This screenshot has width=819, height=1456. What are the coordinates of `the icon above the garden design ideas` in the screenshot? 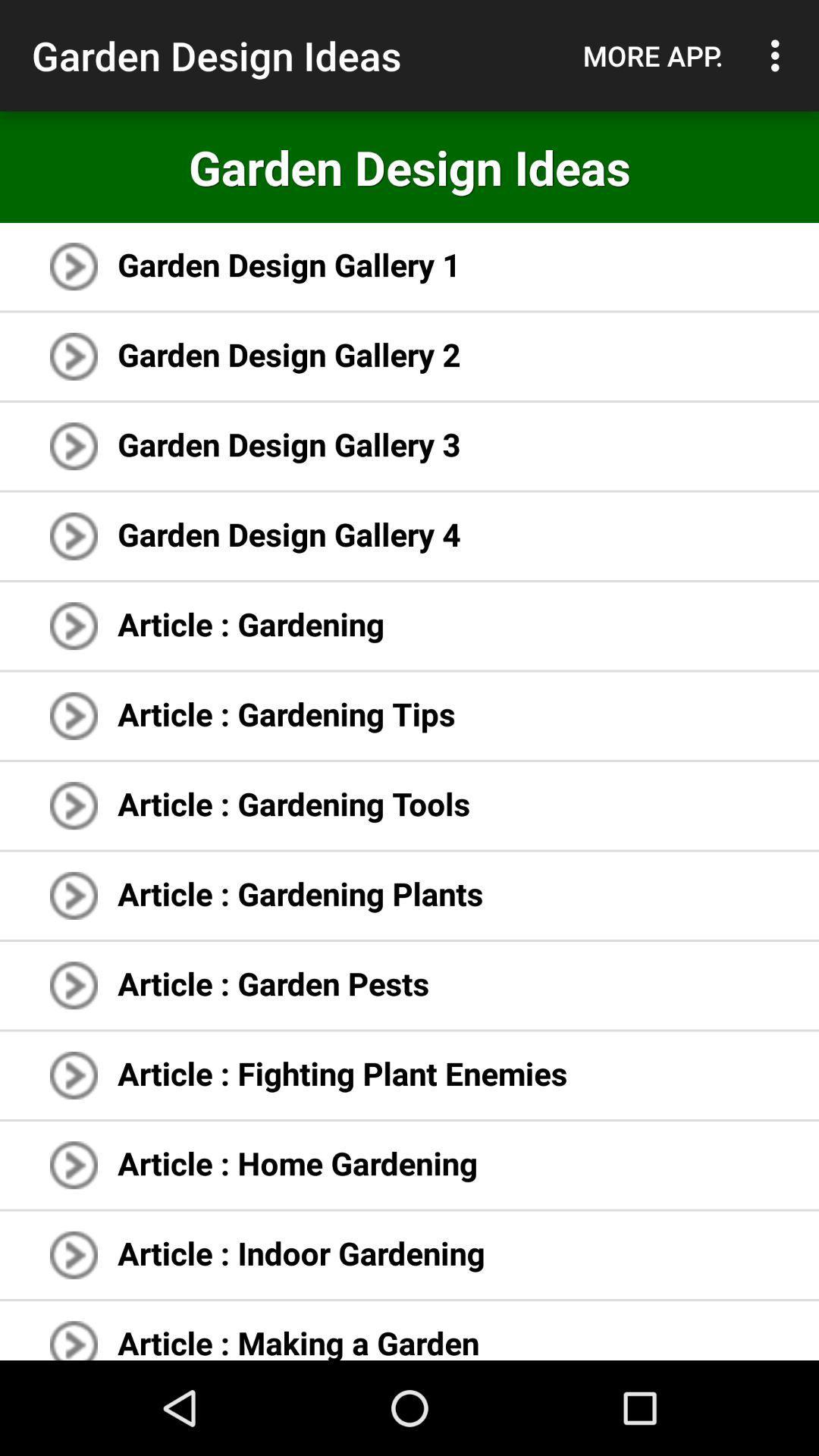 It's located at (652, 55).